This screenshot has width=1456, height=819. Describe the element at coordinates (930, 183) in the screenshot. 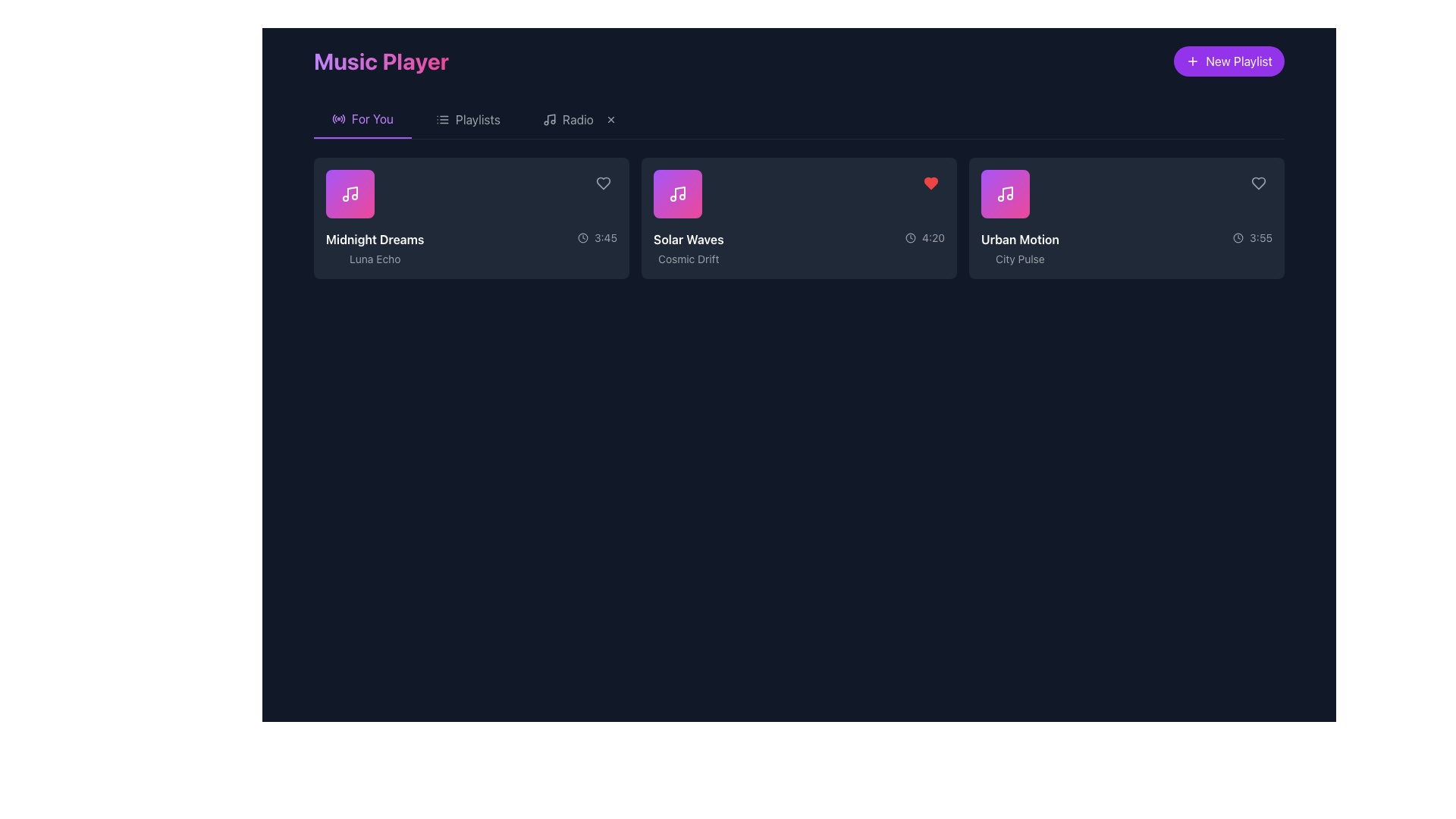

I see `the favorite button located in the top-right section of the card for the 'Solar Waves' track to mark it as a favorite` at that location.